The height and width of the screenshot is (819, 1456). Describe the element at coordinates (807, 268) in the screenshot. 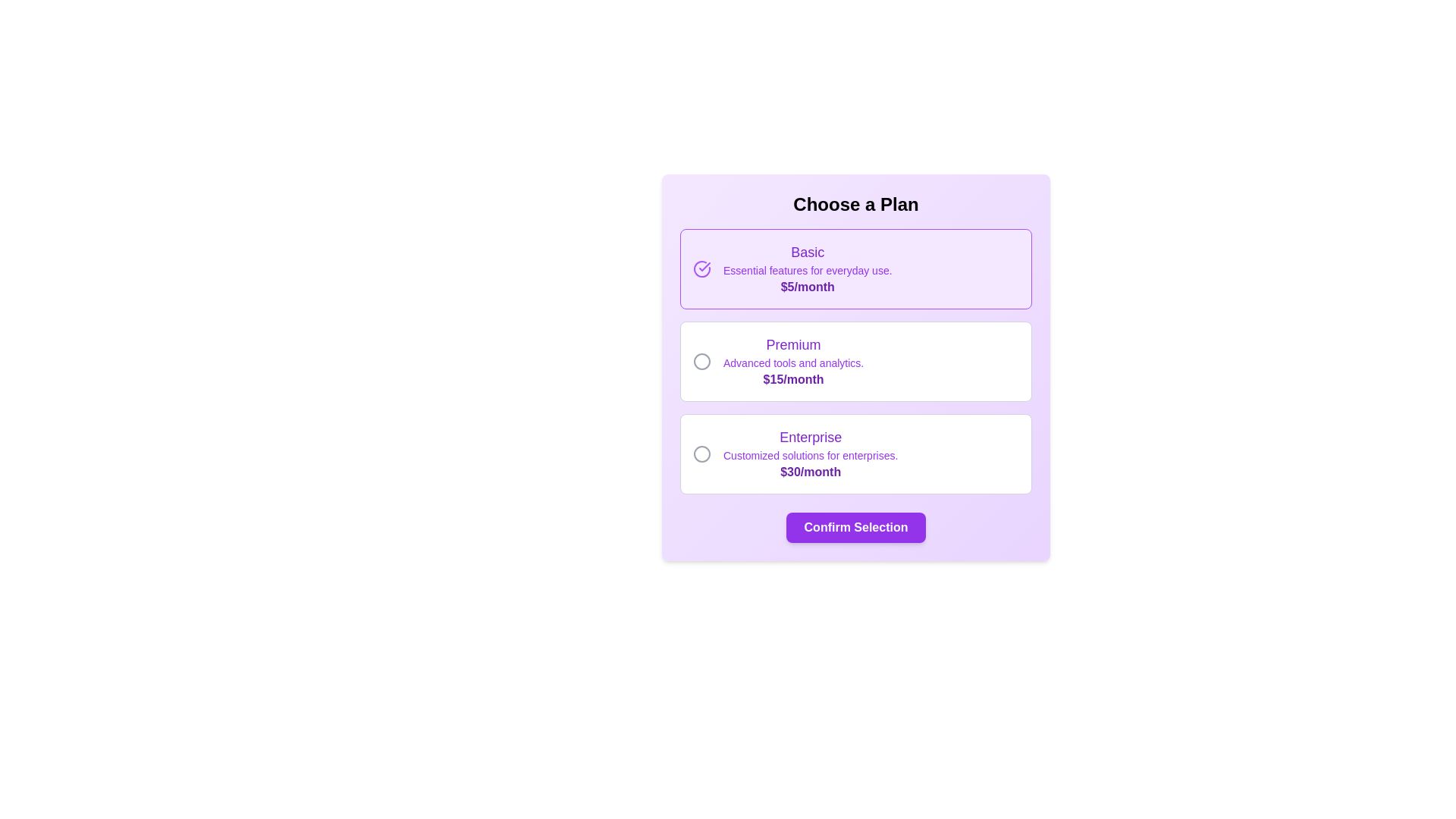

I see `information presented in the Information Display that shows the subscription plan titled 'Basic', including its description and price` at that location.